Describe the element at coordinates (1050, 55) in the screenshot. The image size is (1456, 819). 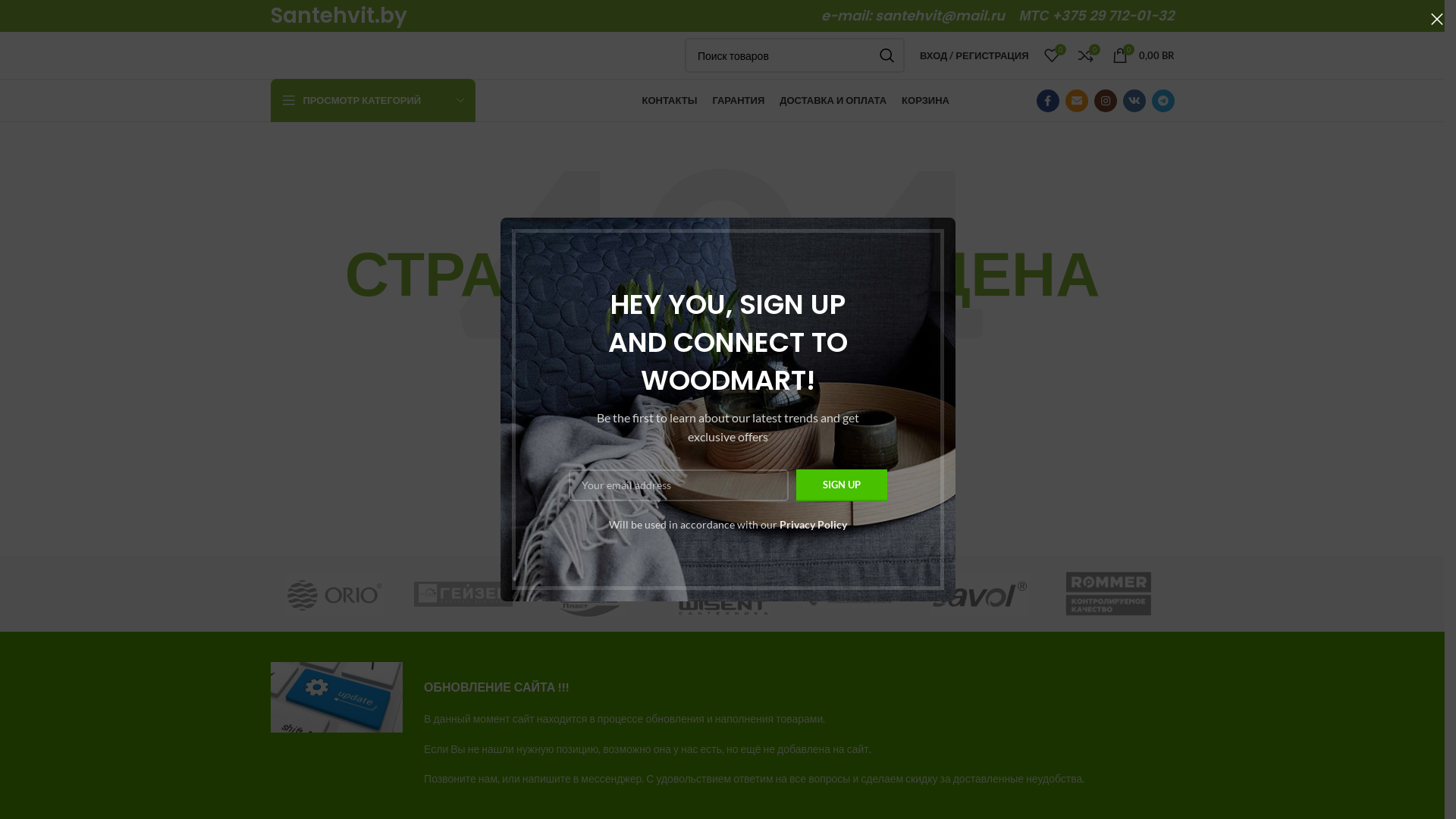
I see `'0'` at that location.